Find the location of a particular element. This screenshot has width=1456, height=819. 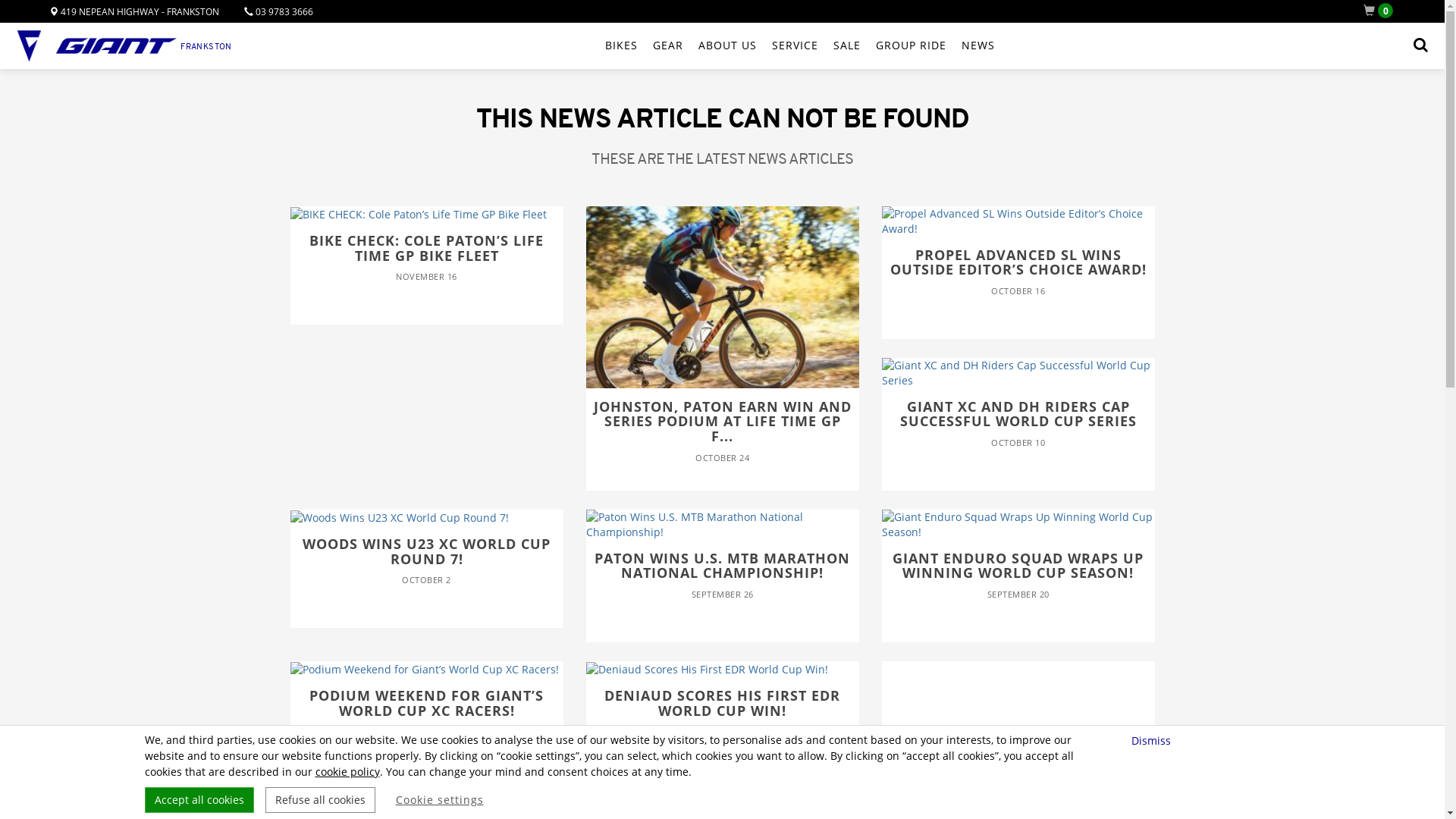

'0 item(s) in cart is located at coordinates (1381, 11).